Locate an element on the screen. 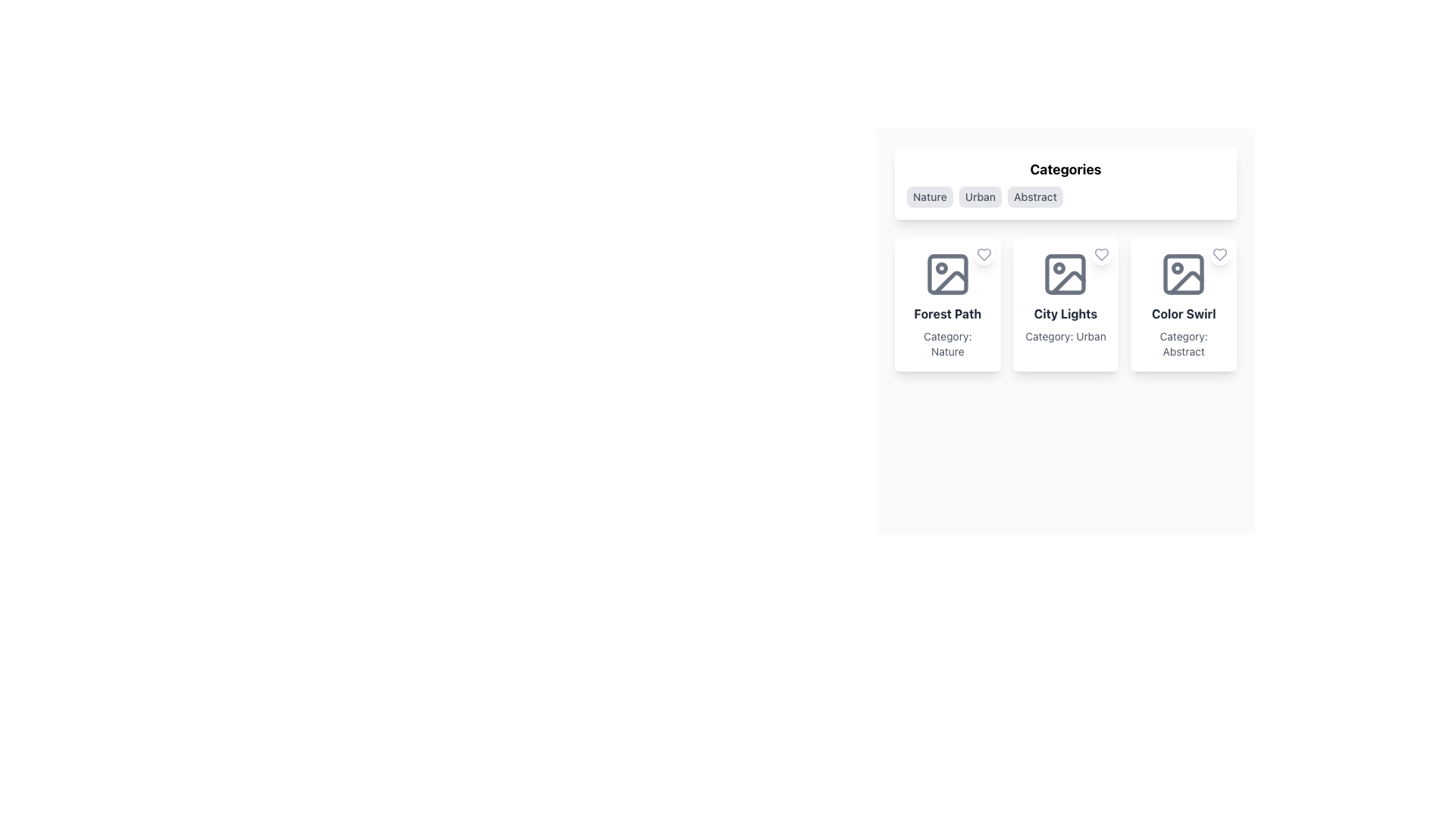 The height and width of the screenshot is (819, 1456). the 'Abstract' button, which is the third button in a row of three, to filter content is located at coordinates (1034, 196).